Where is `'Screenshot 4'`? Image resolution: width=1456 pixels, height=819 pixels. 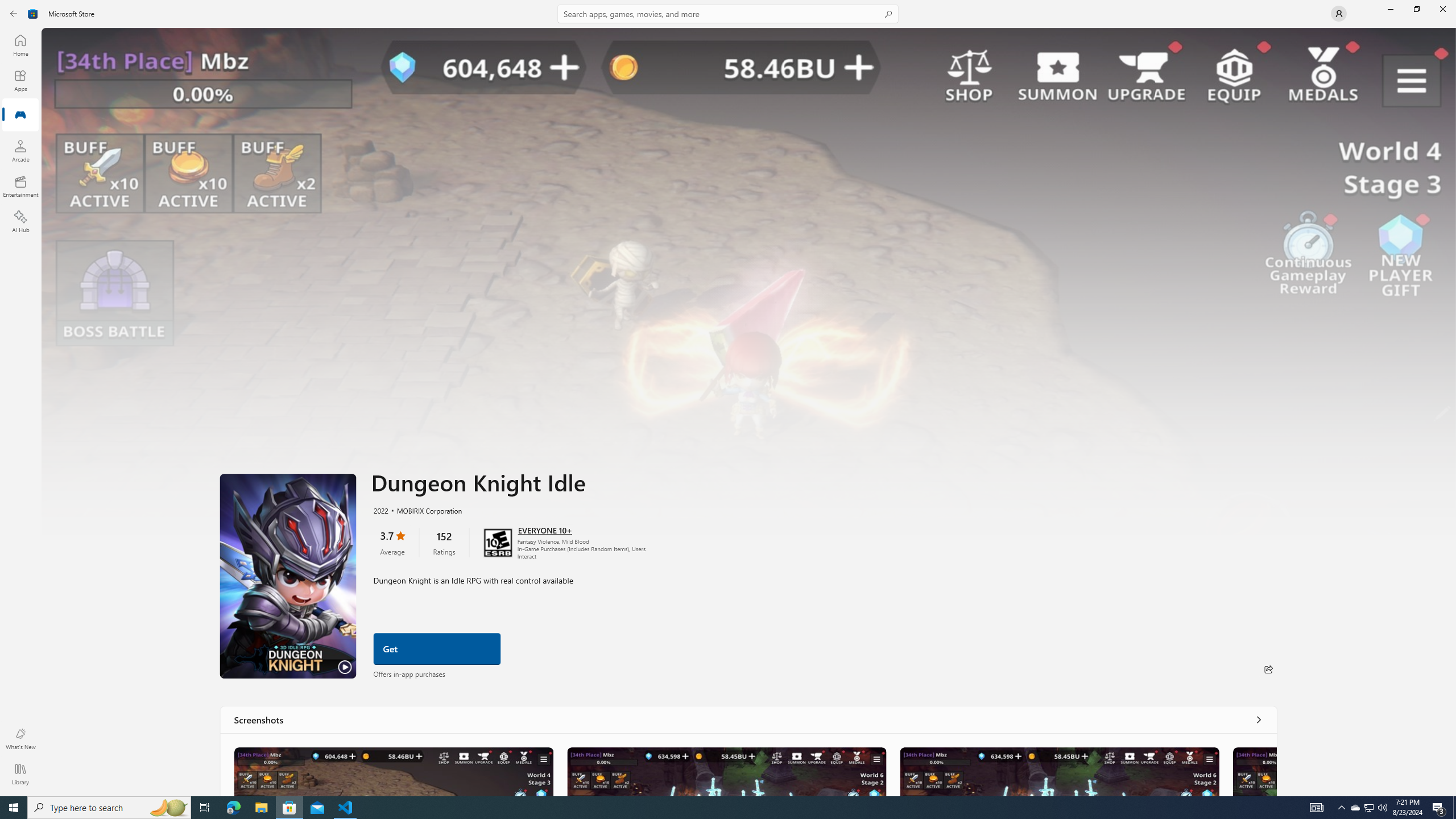
'Screenshot 4' is located at coordinates (1254, 771).